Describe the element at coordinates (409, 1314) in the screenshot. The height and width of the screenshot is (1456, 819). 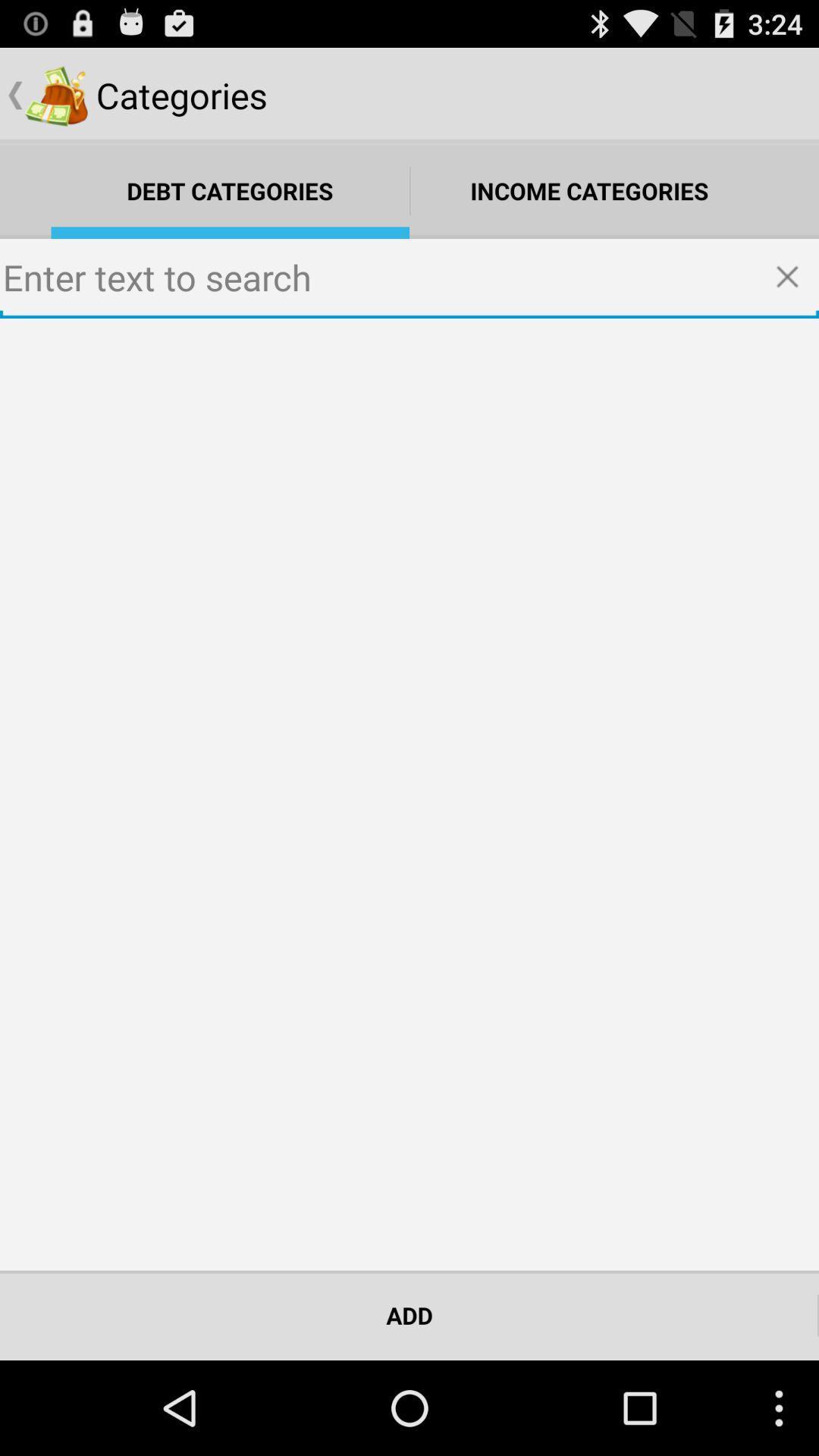
I see `add at the bottom` at that location.